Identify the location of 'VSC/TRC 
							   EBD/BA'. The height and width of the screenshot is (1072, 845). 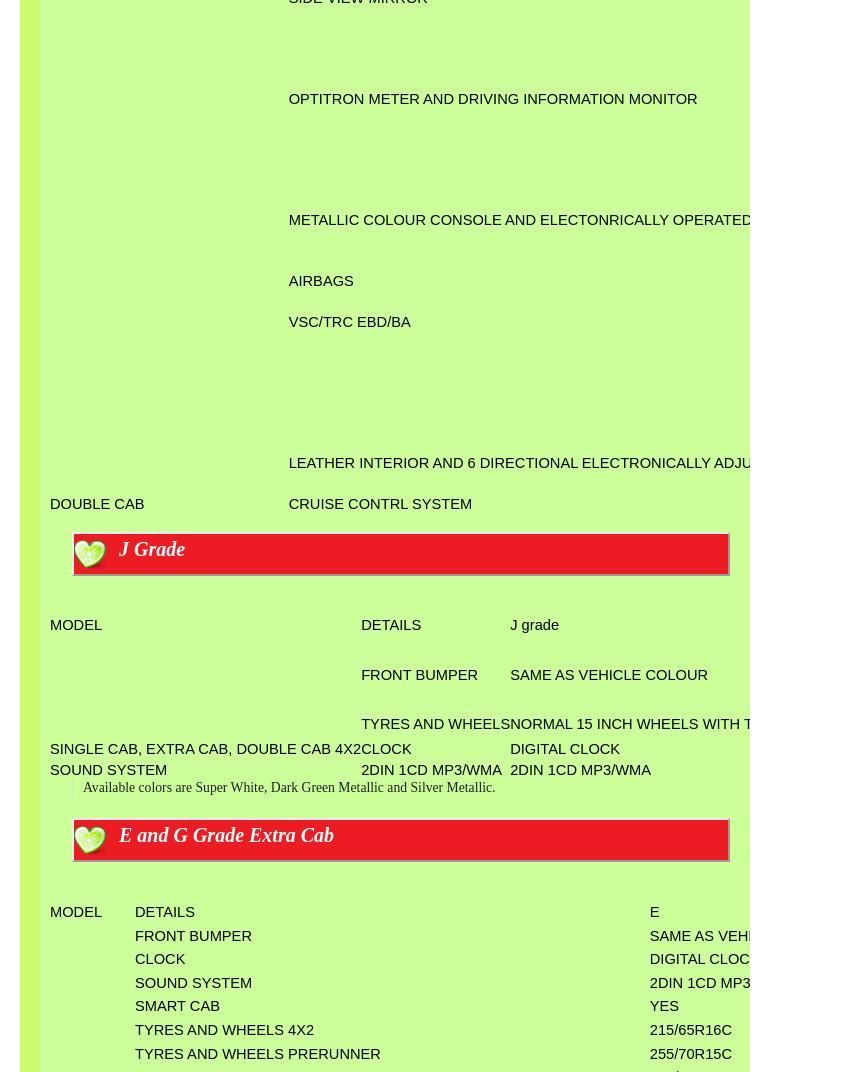
(347, 319).